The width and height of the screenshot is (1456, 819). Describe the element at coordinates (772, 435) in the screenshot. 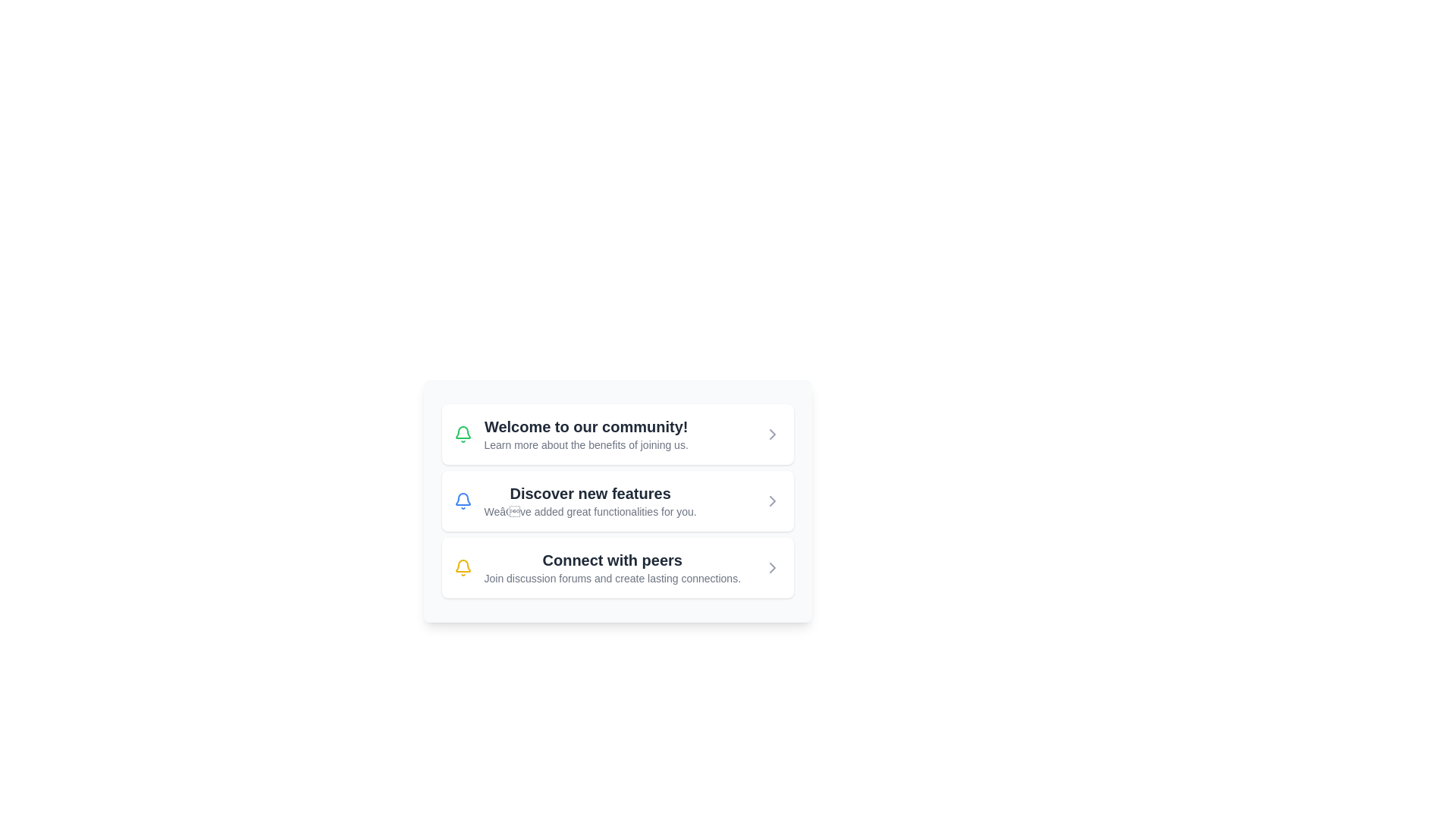

I see `the rightward navigation icon within the 'Discover new features' UI card section, positioned at the far right of the horizontally arranged list item` at that location.